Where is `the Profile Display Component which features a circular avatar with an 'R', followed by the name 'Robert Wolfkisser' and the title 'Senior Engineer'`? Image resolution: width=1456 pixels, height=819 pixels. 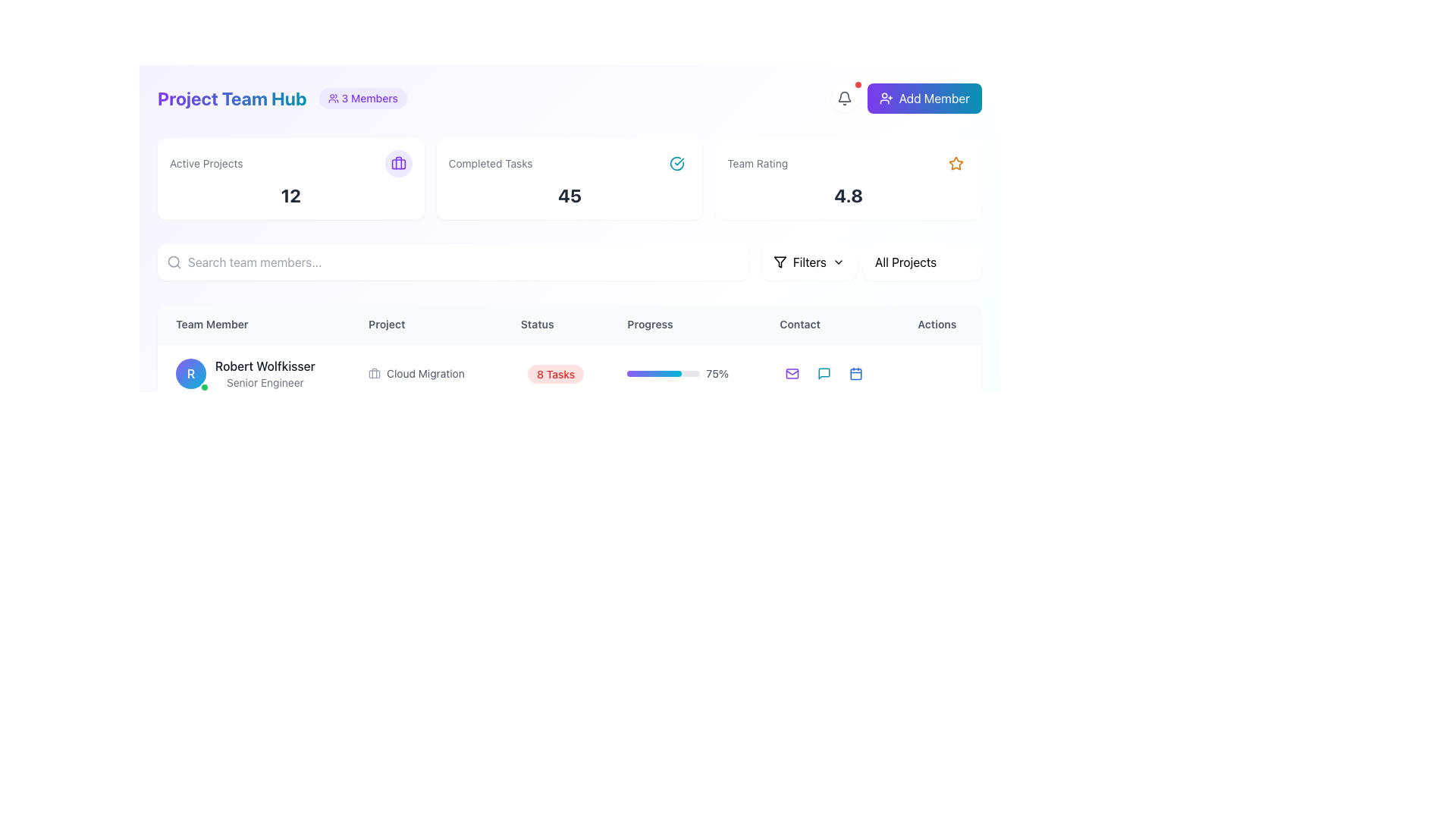 the Profile Display Component which features a circular avatar with an 'R', followed by the name 'Robert Wolfkisser' and the title 'Senior Engineer' is located at coordinates (254, 373).